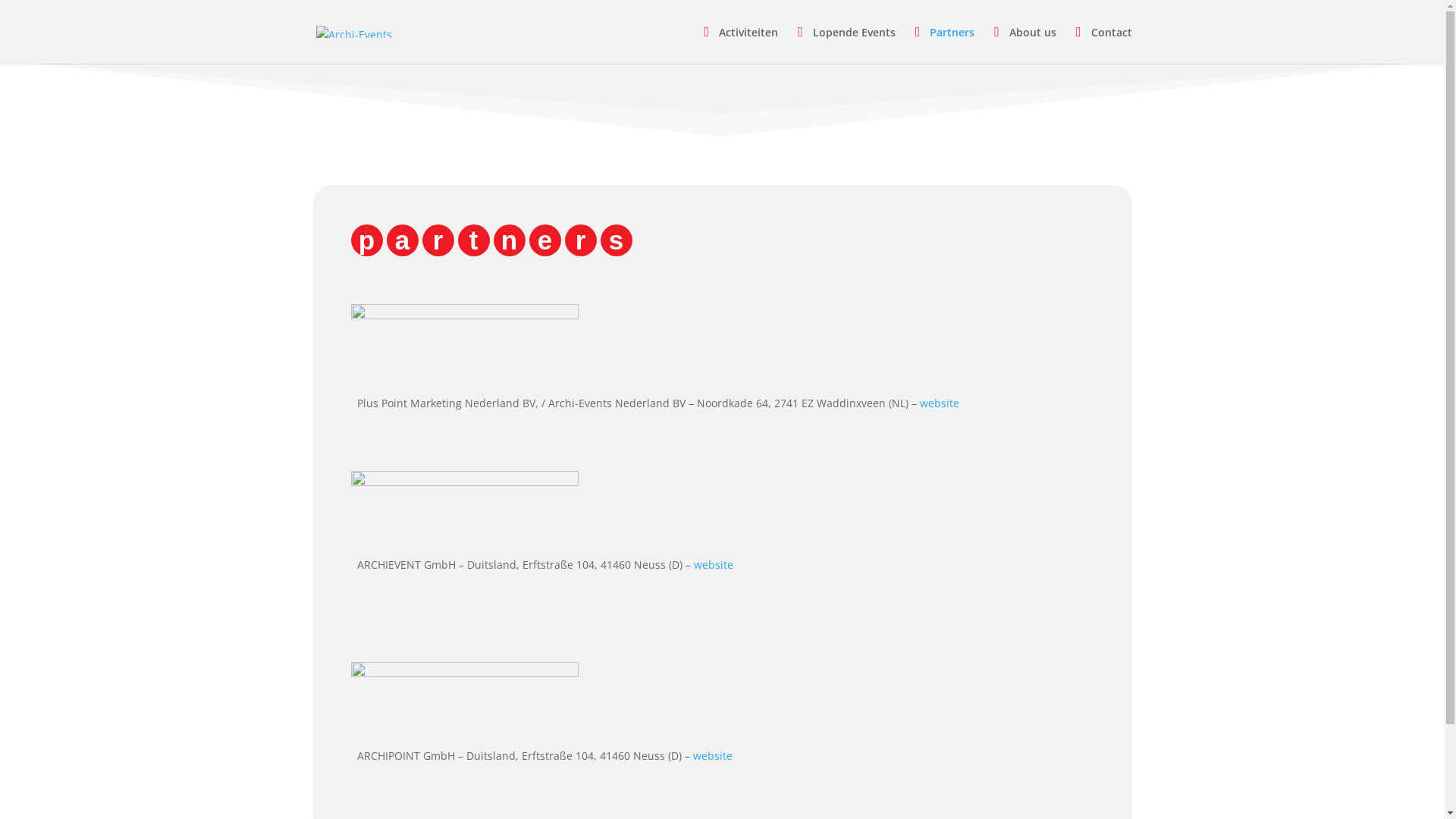 The image size is (1456, 819). I want to click on 'Lopende Events', so click(846, 43).